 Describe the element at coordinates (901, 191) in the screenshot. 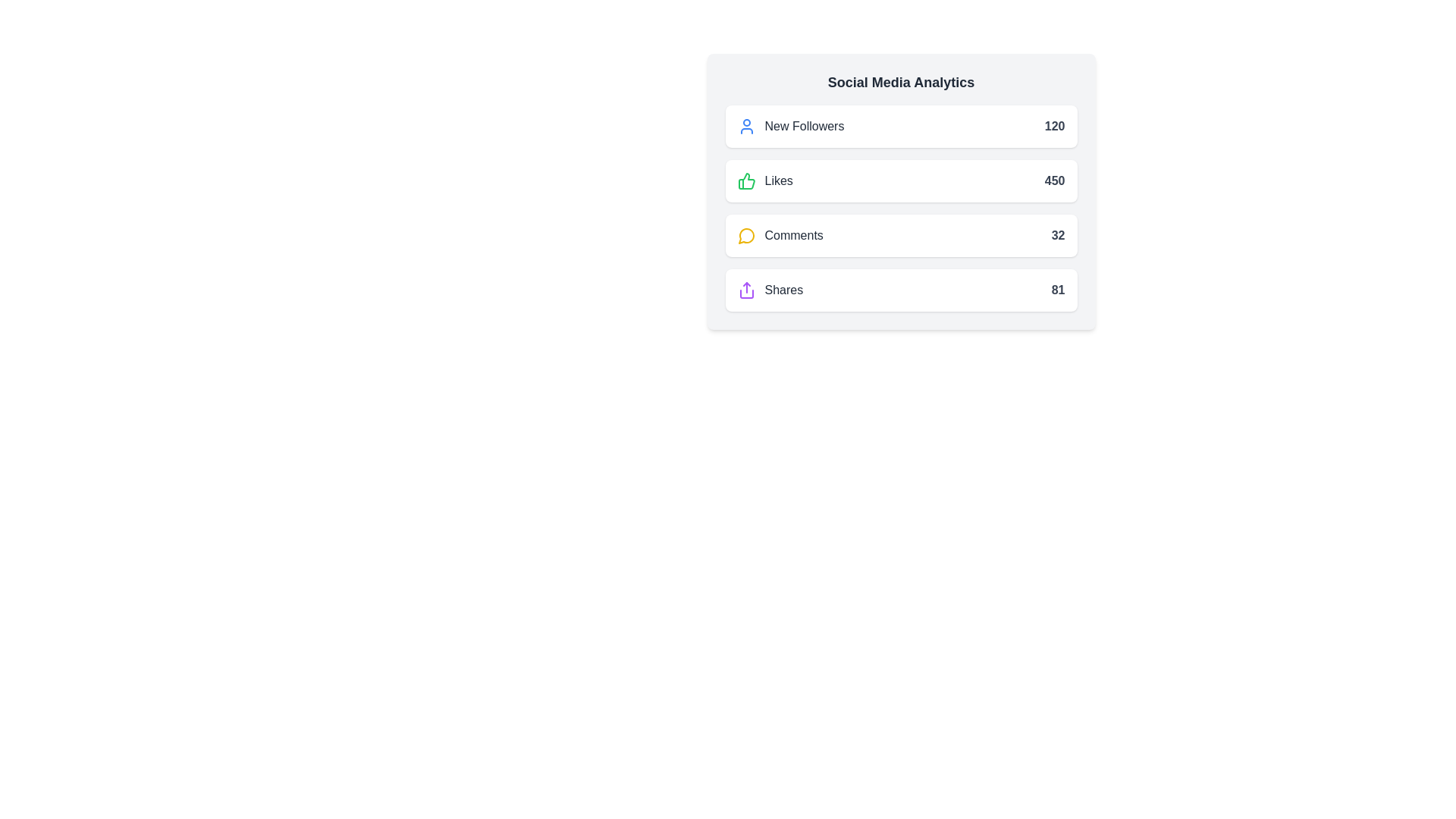

I see `displayed data from the second section of the 'Social Media Analytics' panel which indicates the number of likes` at that location.